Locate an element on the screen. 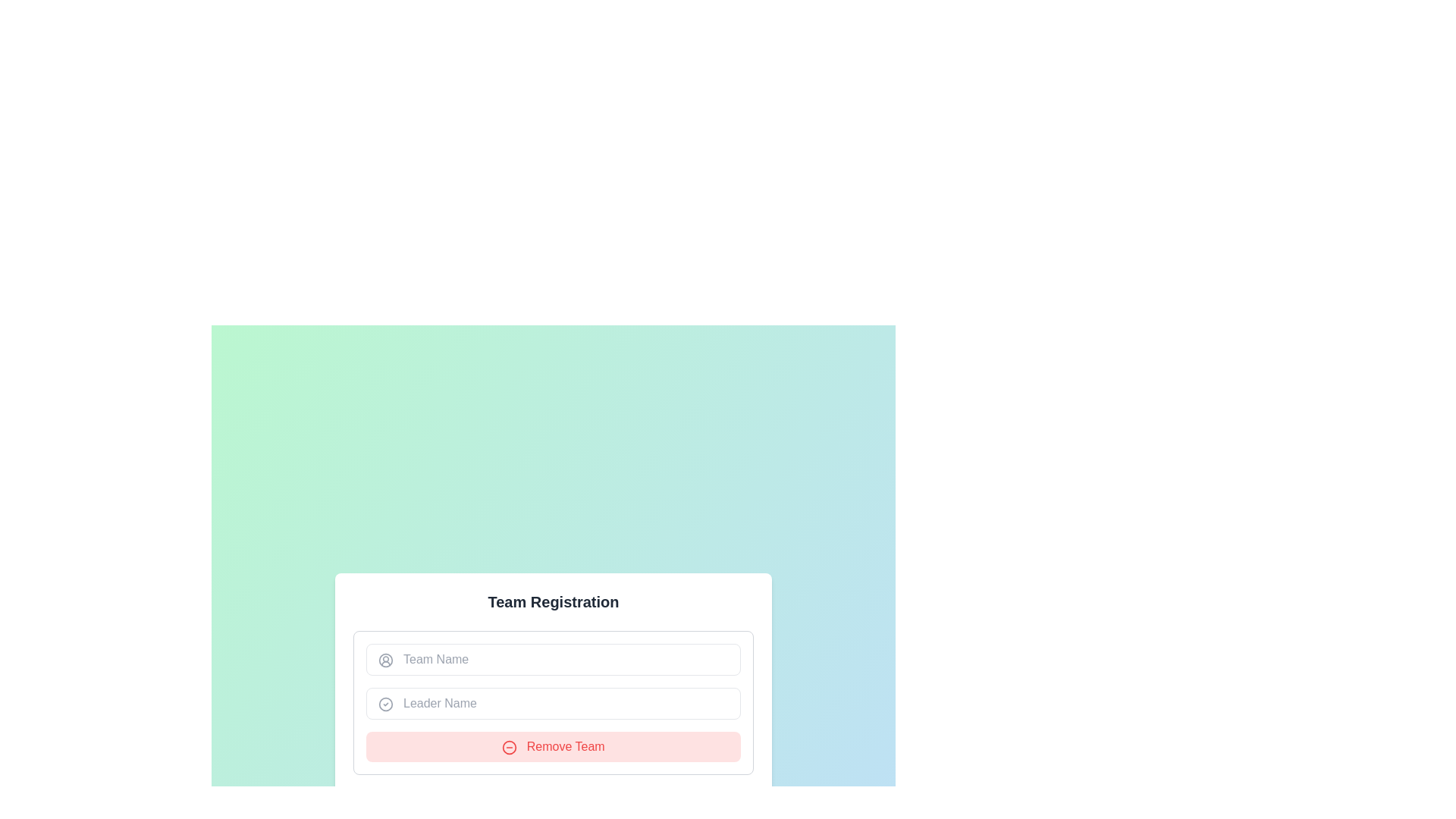  the 'Remove Team' button featuring a red icon and text by tabbing for accessibility is located at coordinates (552, 745).